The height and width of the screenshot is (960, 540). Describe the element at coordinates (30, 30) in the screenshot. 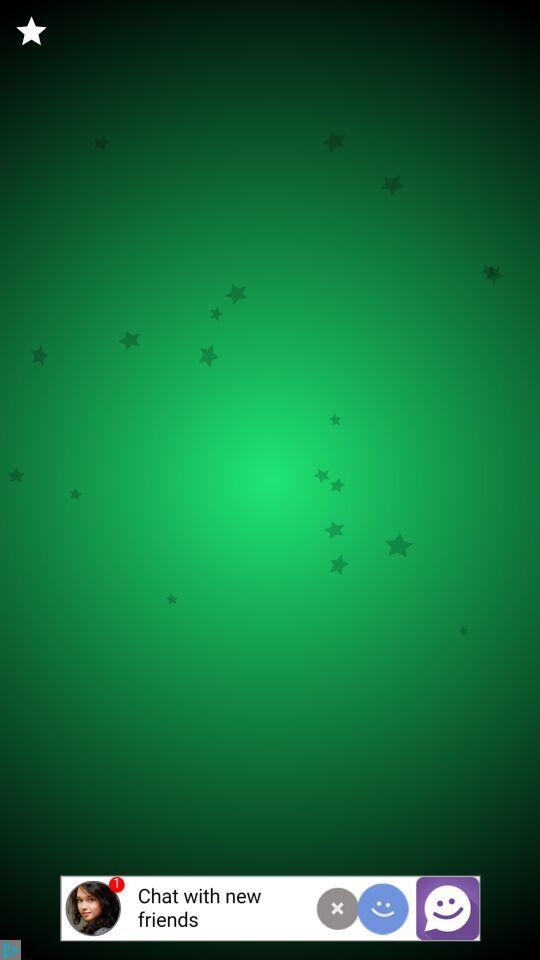

I see `to favorites` at that location.